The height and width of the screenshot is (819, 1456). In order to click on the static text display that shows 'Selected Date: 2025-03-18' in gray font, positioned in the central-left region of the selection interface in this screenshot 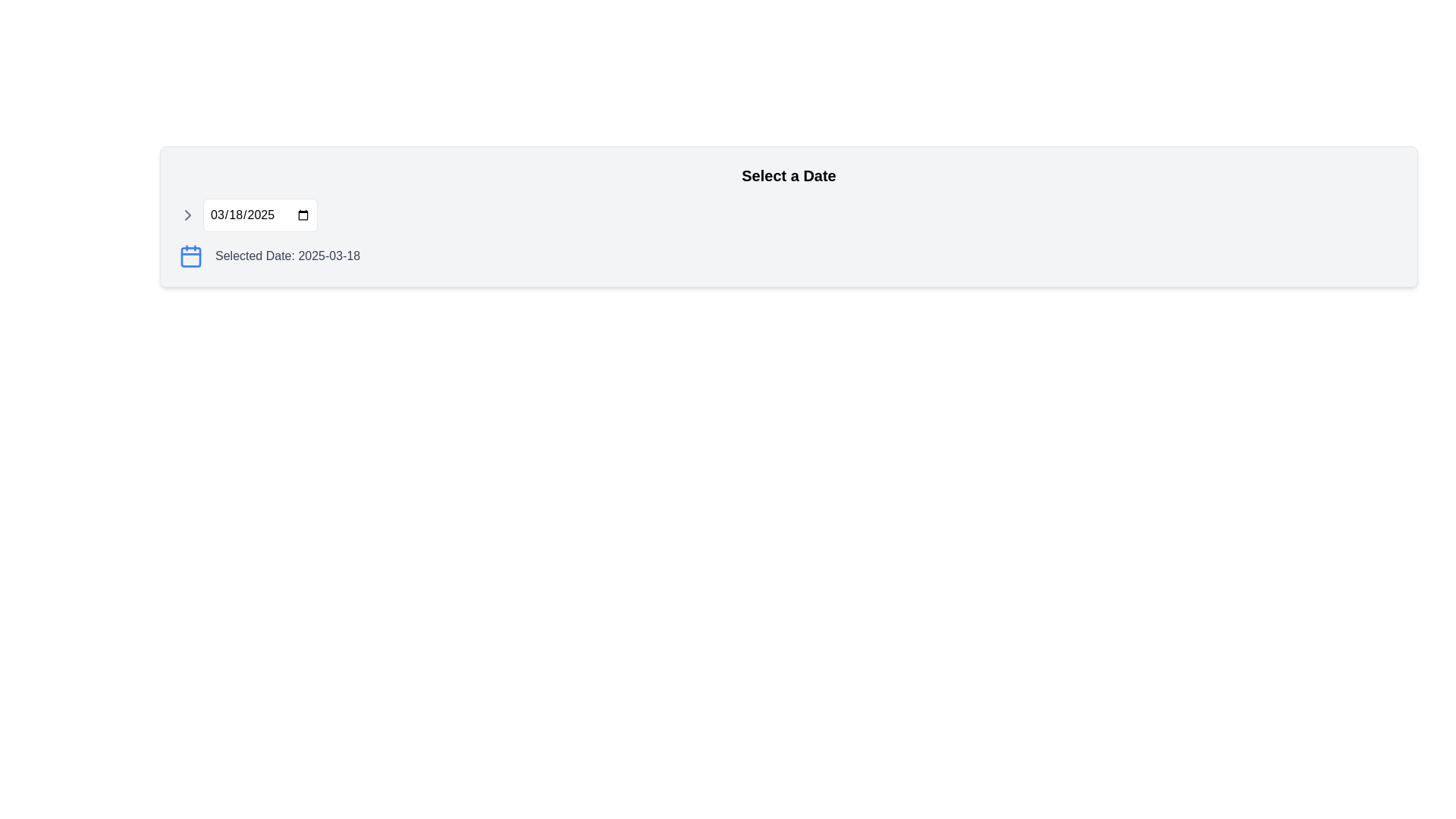, I will do `click(287, 256)`.